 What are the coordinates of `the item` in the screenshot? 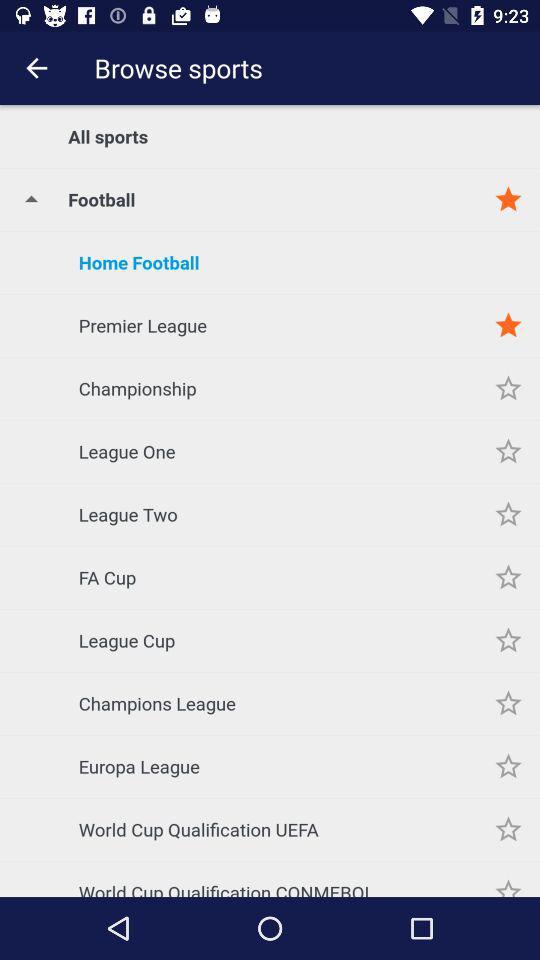 It's located at (508, 387).